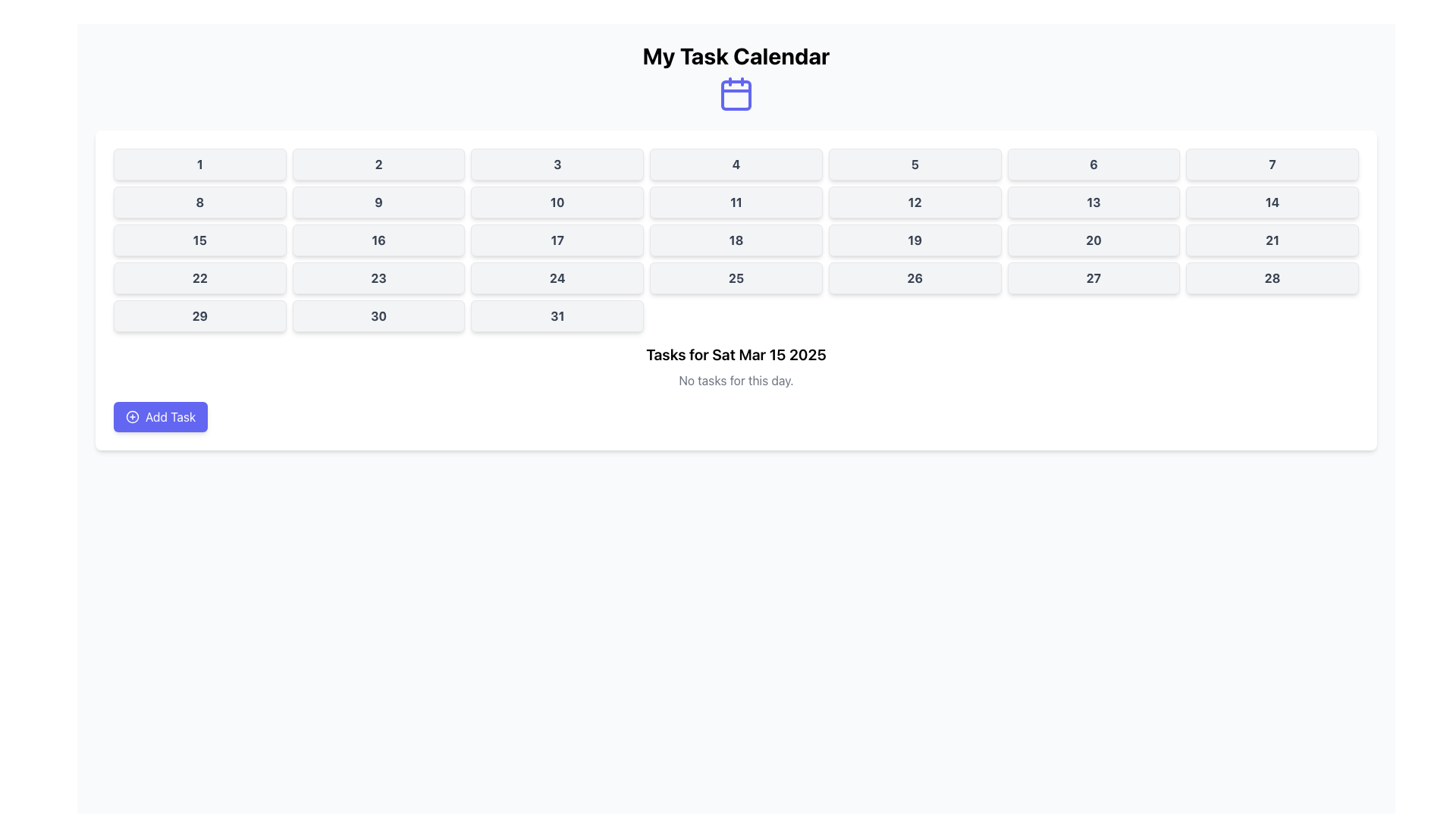  What do you see at coordinates (914, 164) in the screenshot?
I see `the calendar date button representing '5'` at bounding box center [914, 164].